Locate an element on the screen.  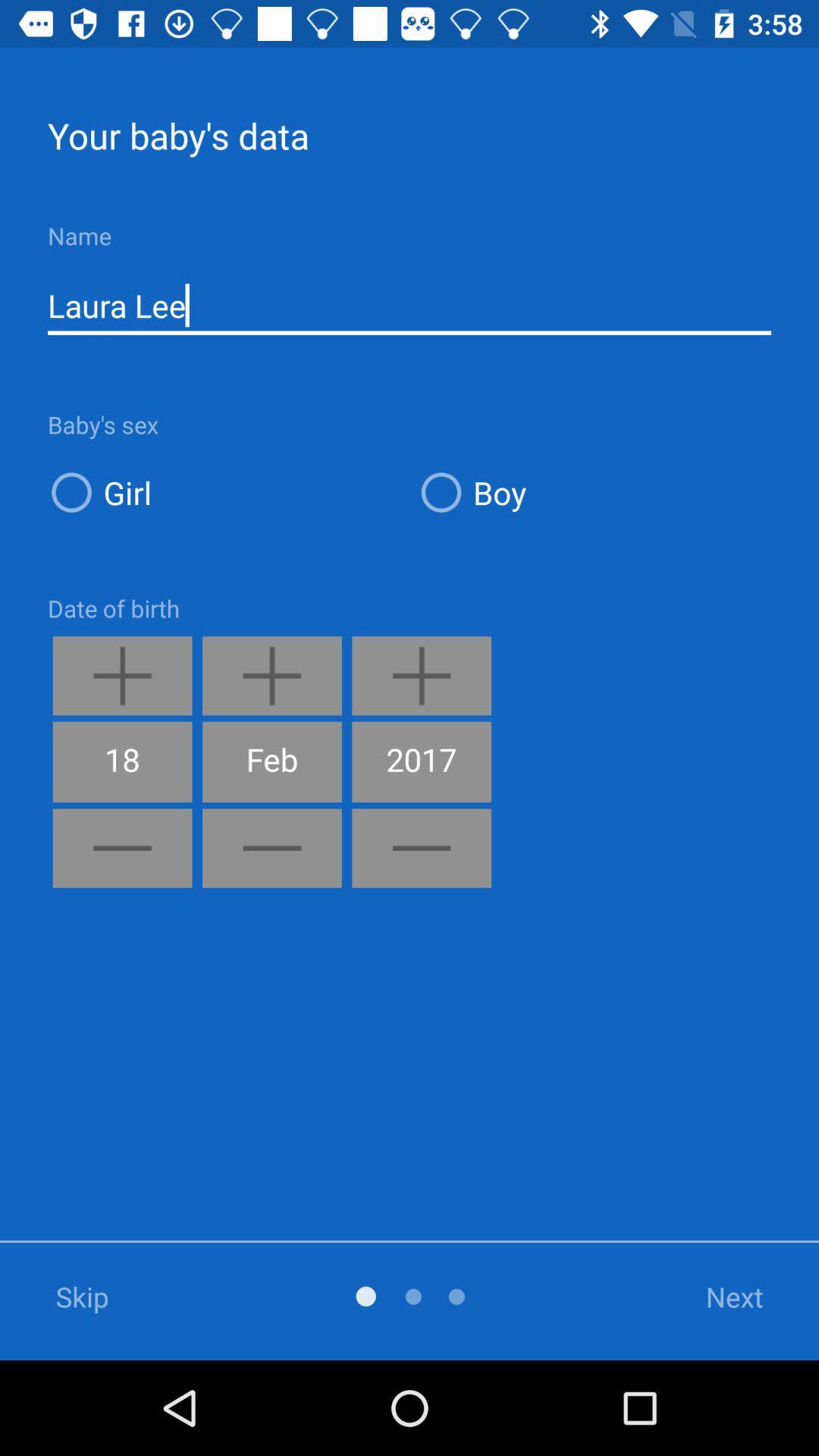
the laura lee is located at coordinates (409, 305).